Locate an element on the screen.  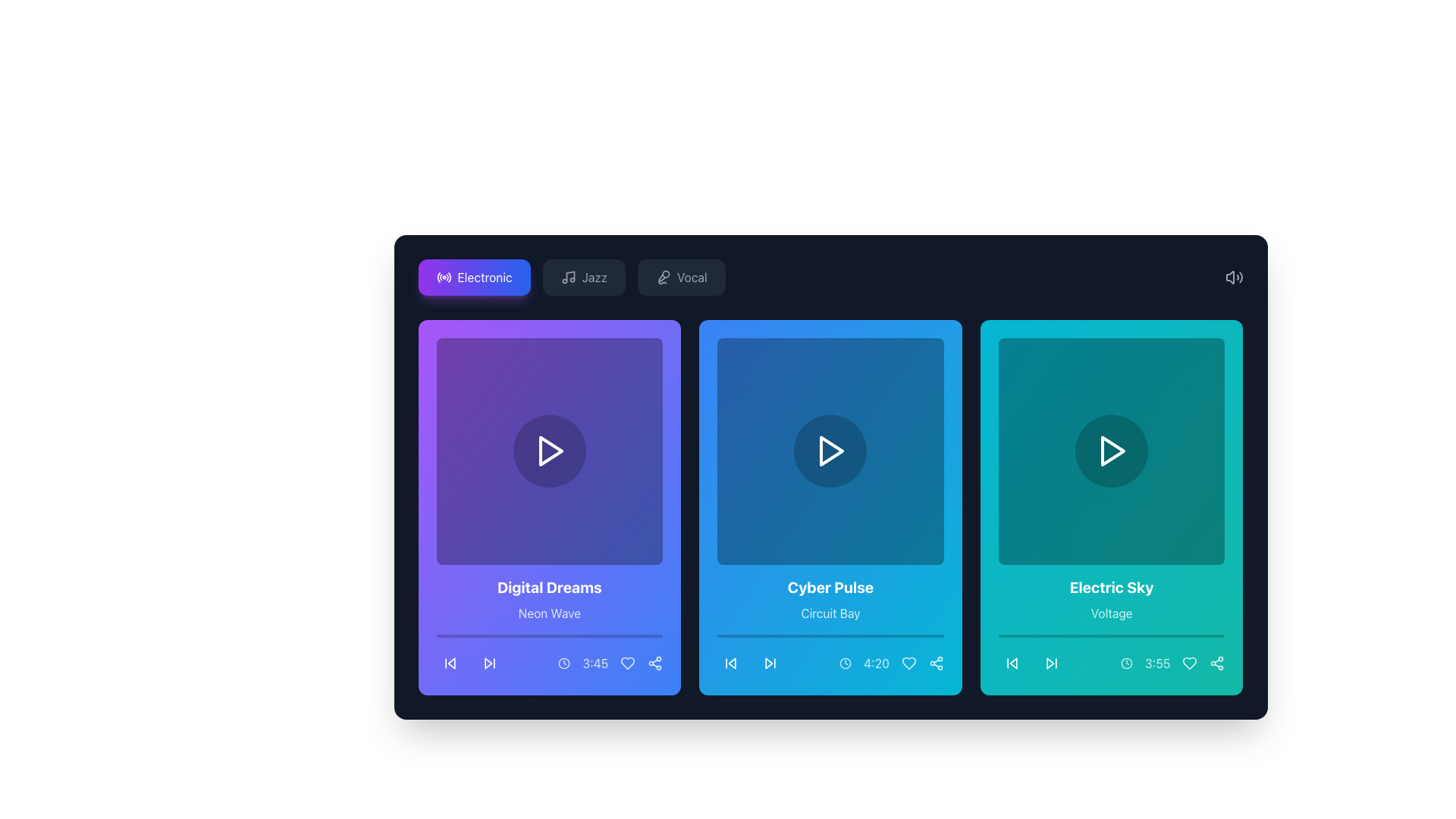
the music note icon within the 'Jazz' button is located at coordinates (567, 278).